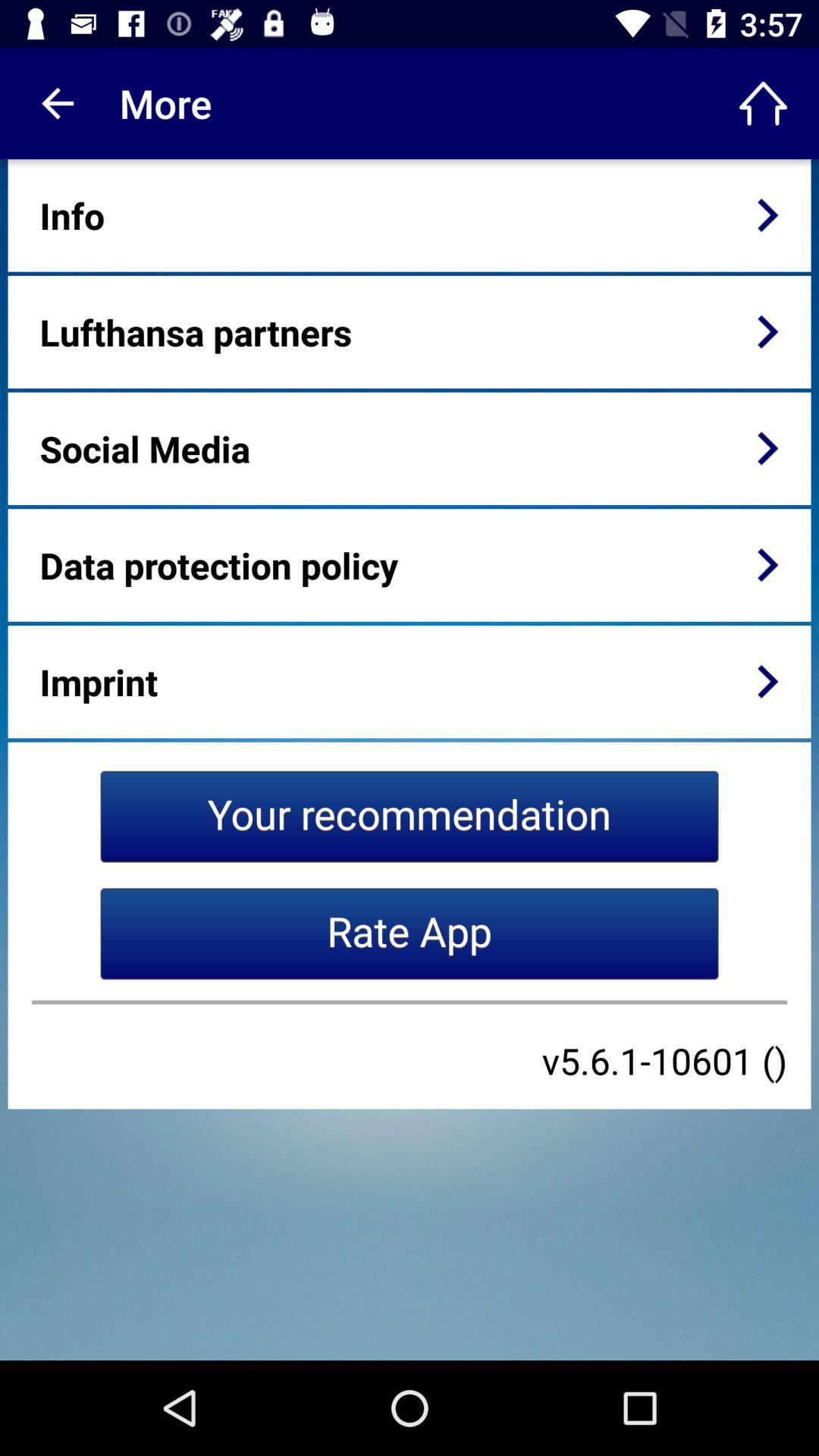  I want to click on the item to the right of imprint, so click(767, 680).